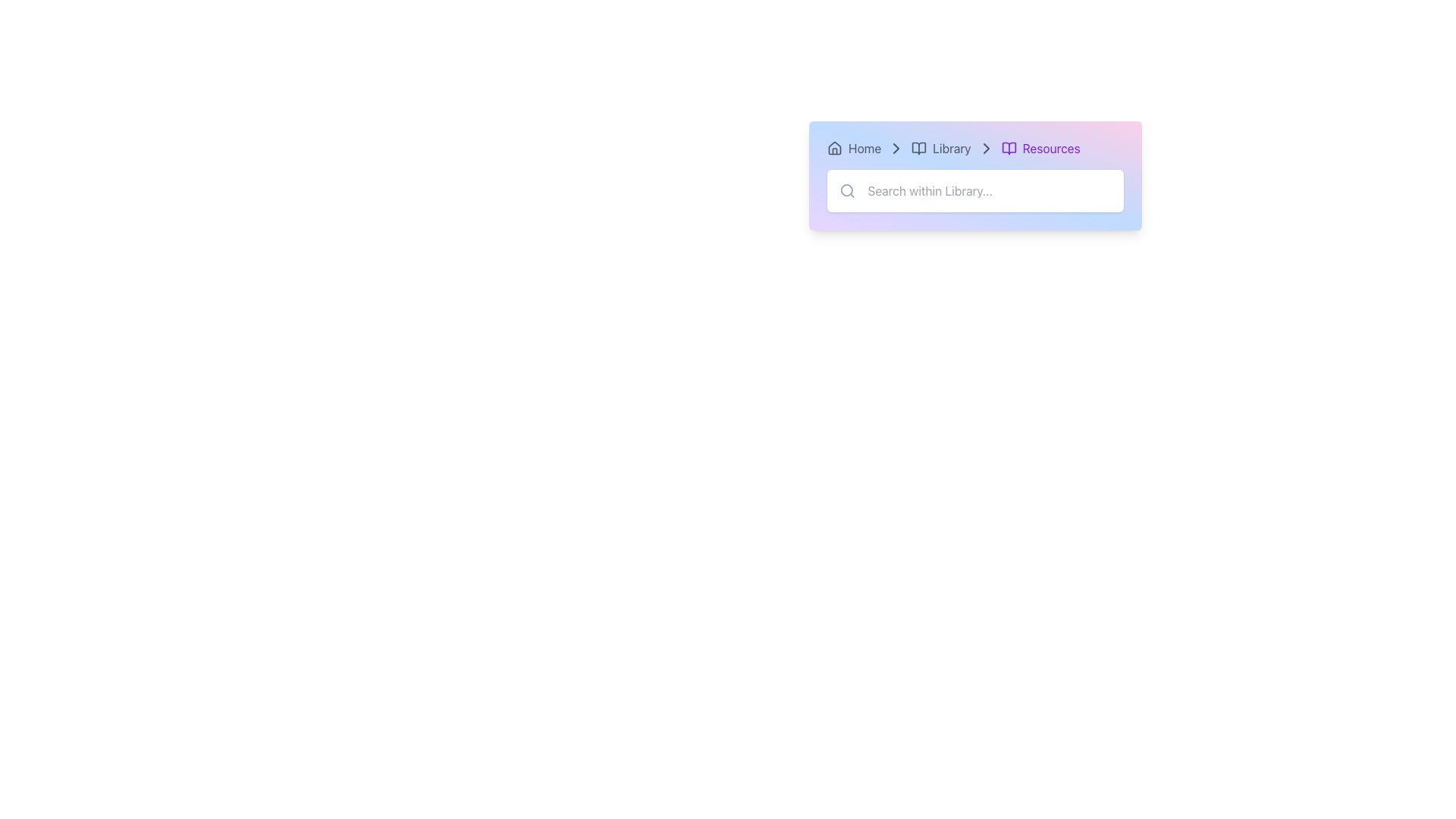 The width and height of the screenshot is (1456, 819). What do you see at coordinates (918, 149) in the screenshot?
I see `the open book icon in the navigation trail` at bounding box center [918, 149].